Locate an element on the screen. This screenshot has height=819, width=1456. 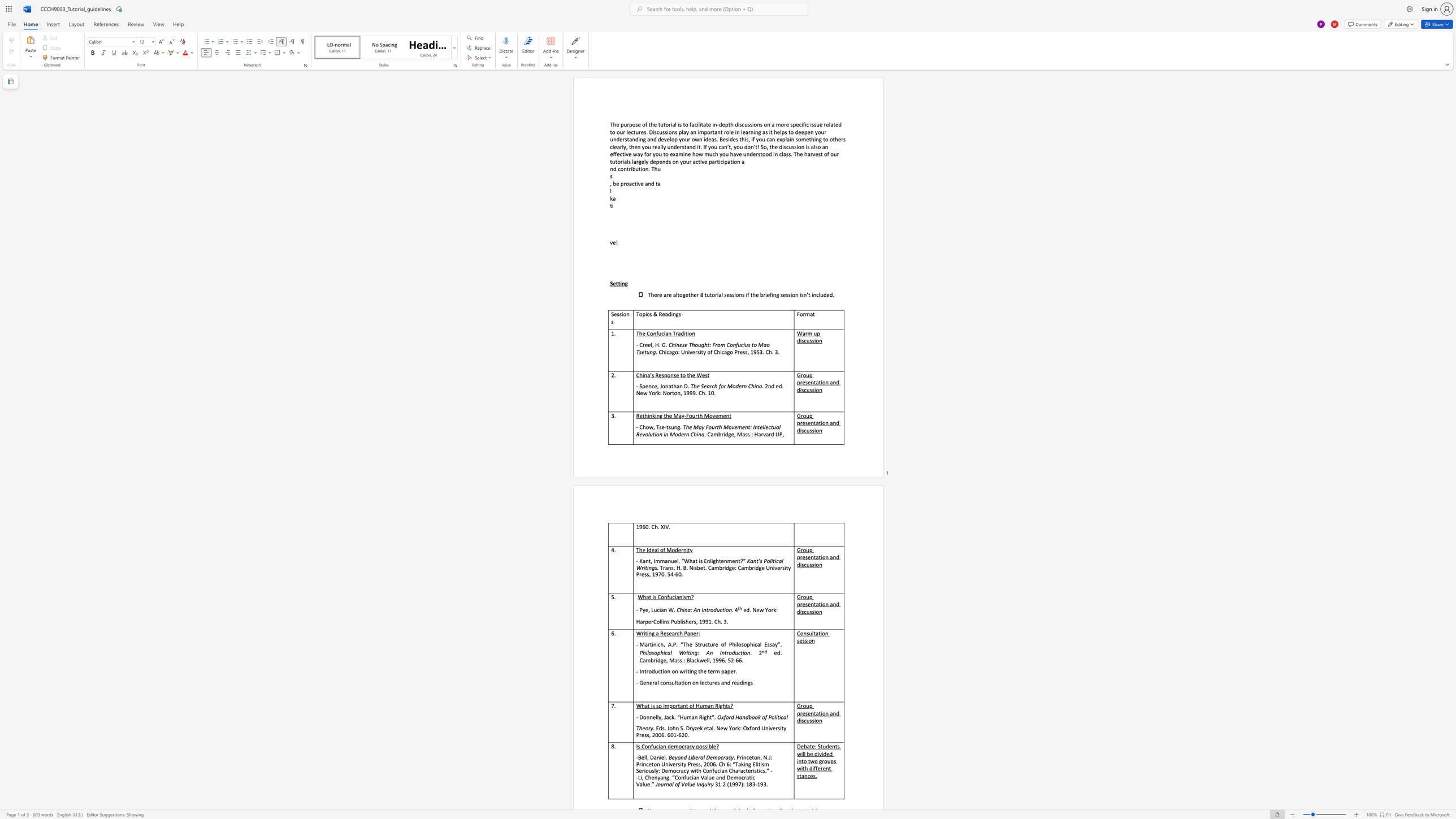
the subset text "on." within the text "China: An Introduction." is located at coordinates (725, 610).